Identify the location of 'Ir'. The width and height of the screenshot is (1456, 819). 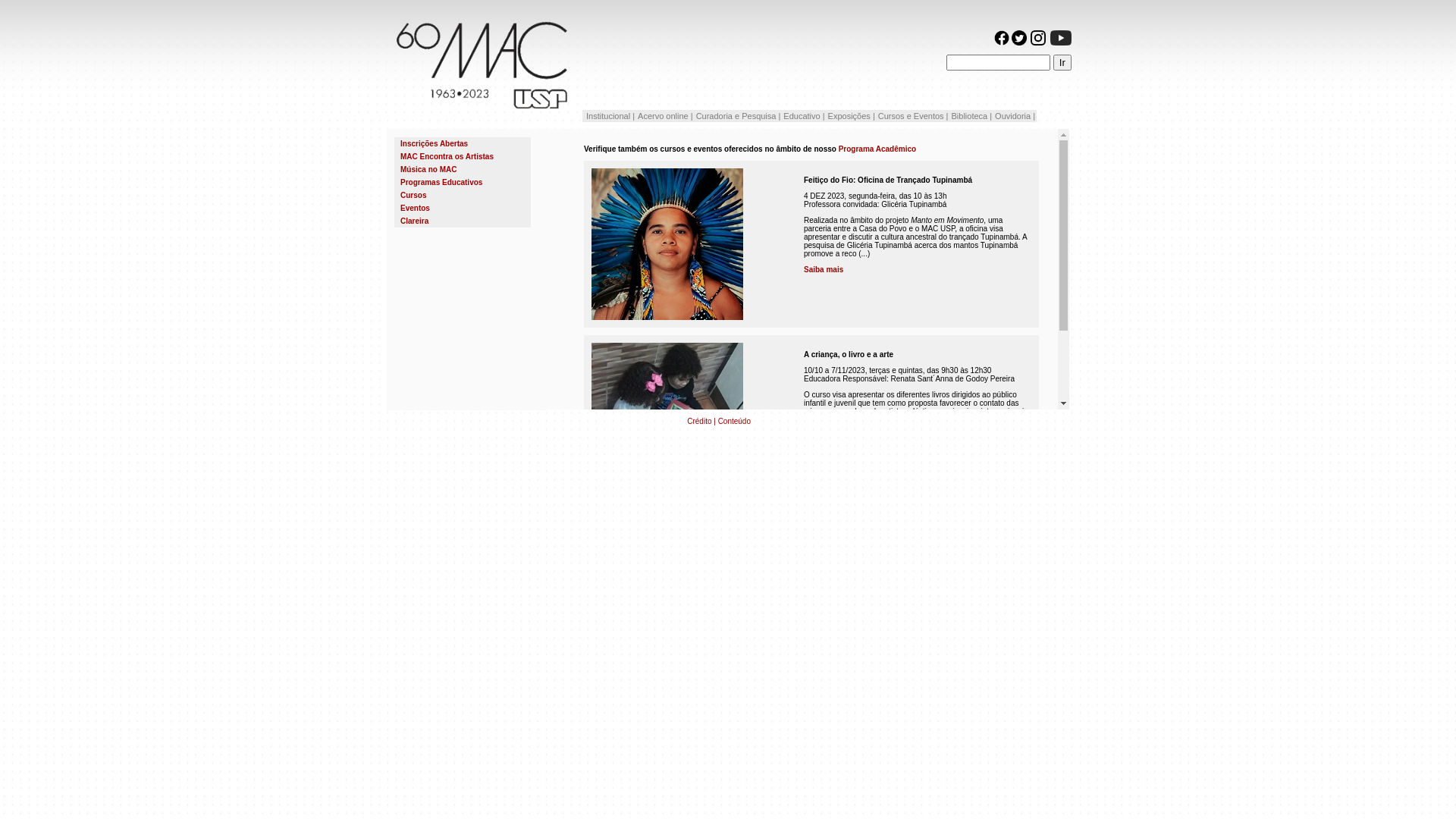
(1062, 61).